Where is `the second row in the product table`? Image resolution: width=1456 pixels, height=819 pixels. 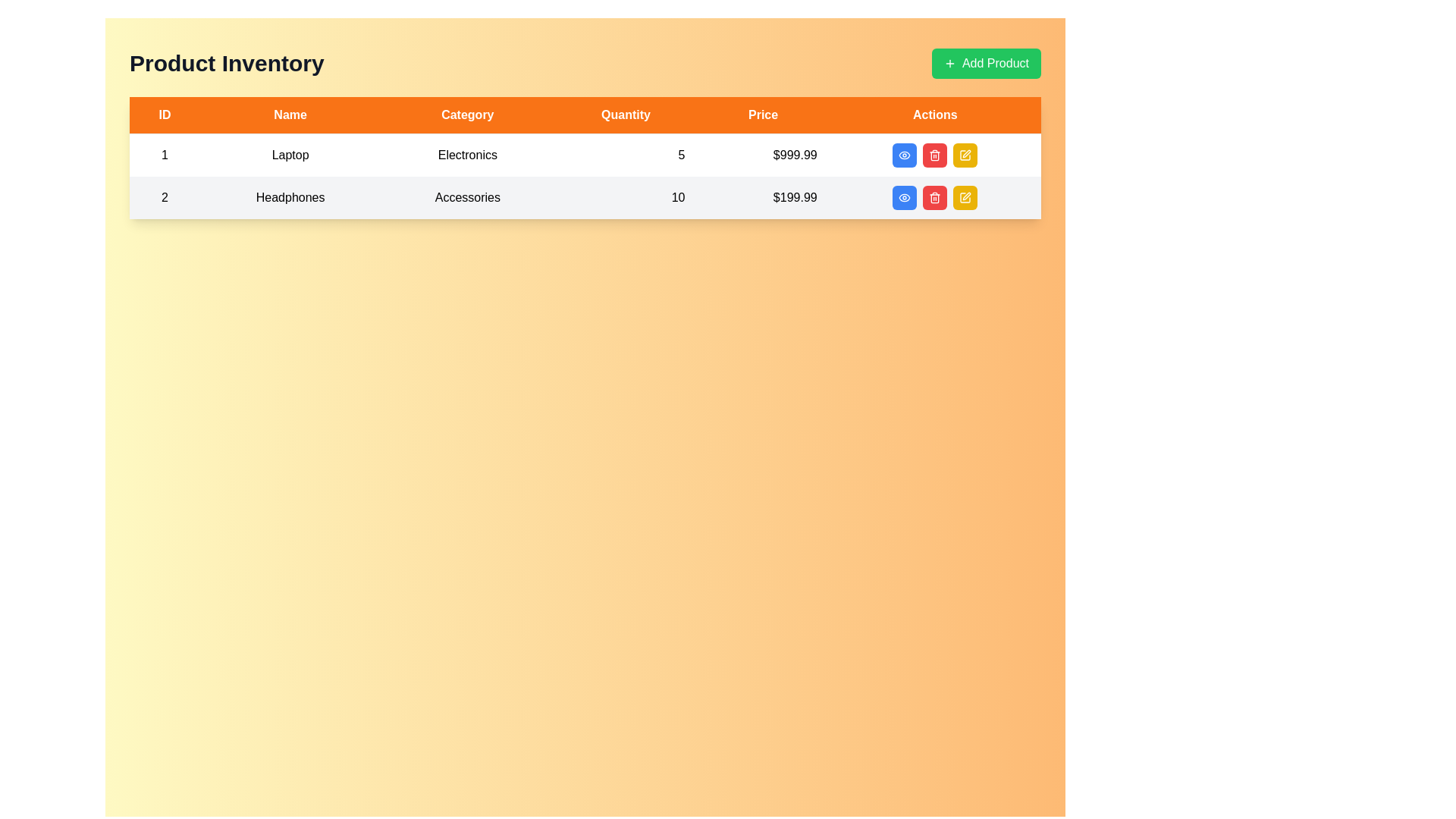 the second row in the product table is located at coordinates (585, 197).